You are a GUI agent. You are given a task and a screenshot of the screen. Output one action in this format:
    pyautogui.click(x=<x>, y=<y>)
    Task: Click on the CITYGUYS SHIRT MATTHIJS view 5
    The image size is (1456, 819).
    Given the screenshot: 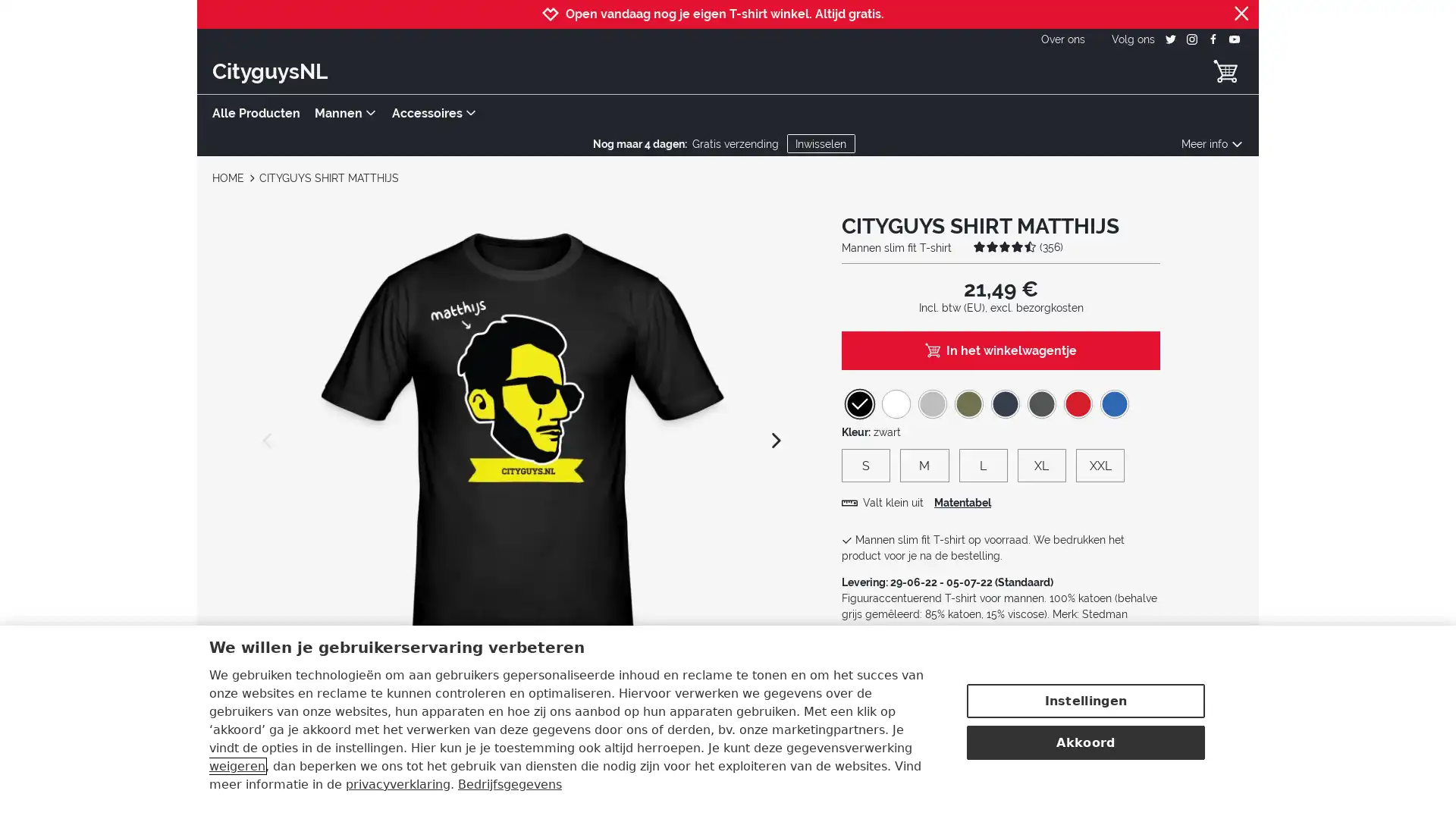 What is the action you would take?
    pyautogui.click(x=650, y=721)
    